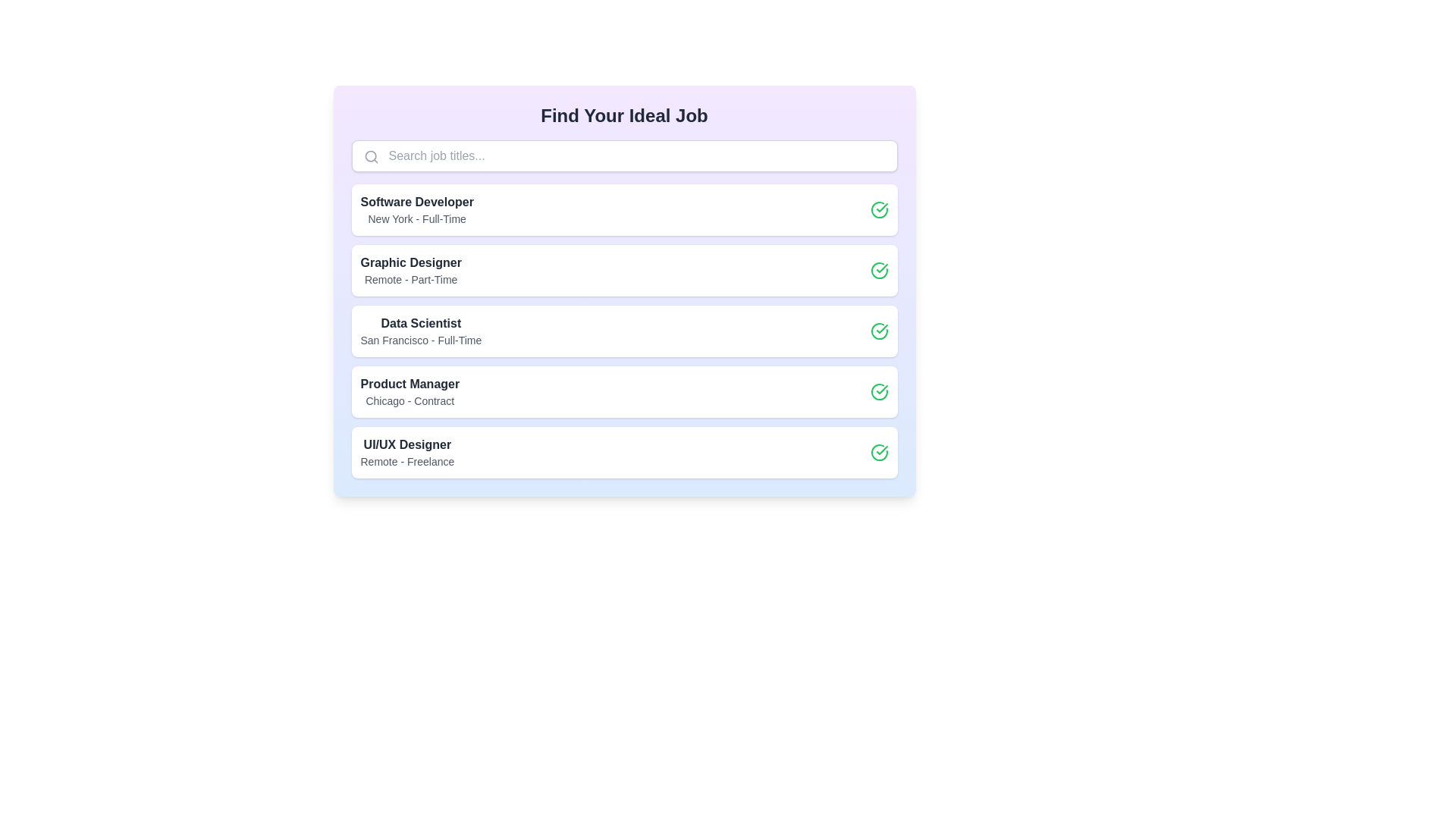 The width and height of the screenshot is (1456, 819). Describe the element at coordinates (879, 330) in the screenshot. I see `the green circular Indicator icon with a checkmark, located to the far right of the job listing for 'Data Scientist' in the third row` at that location.